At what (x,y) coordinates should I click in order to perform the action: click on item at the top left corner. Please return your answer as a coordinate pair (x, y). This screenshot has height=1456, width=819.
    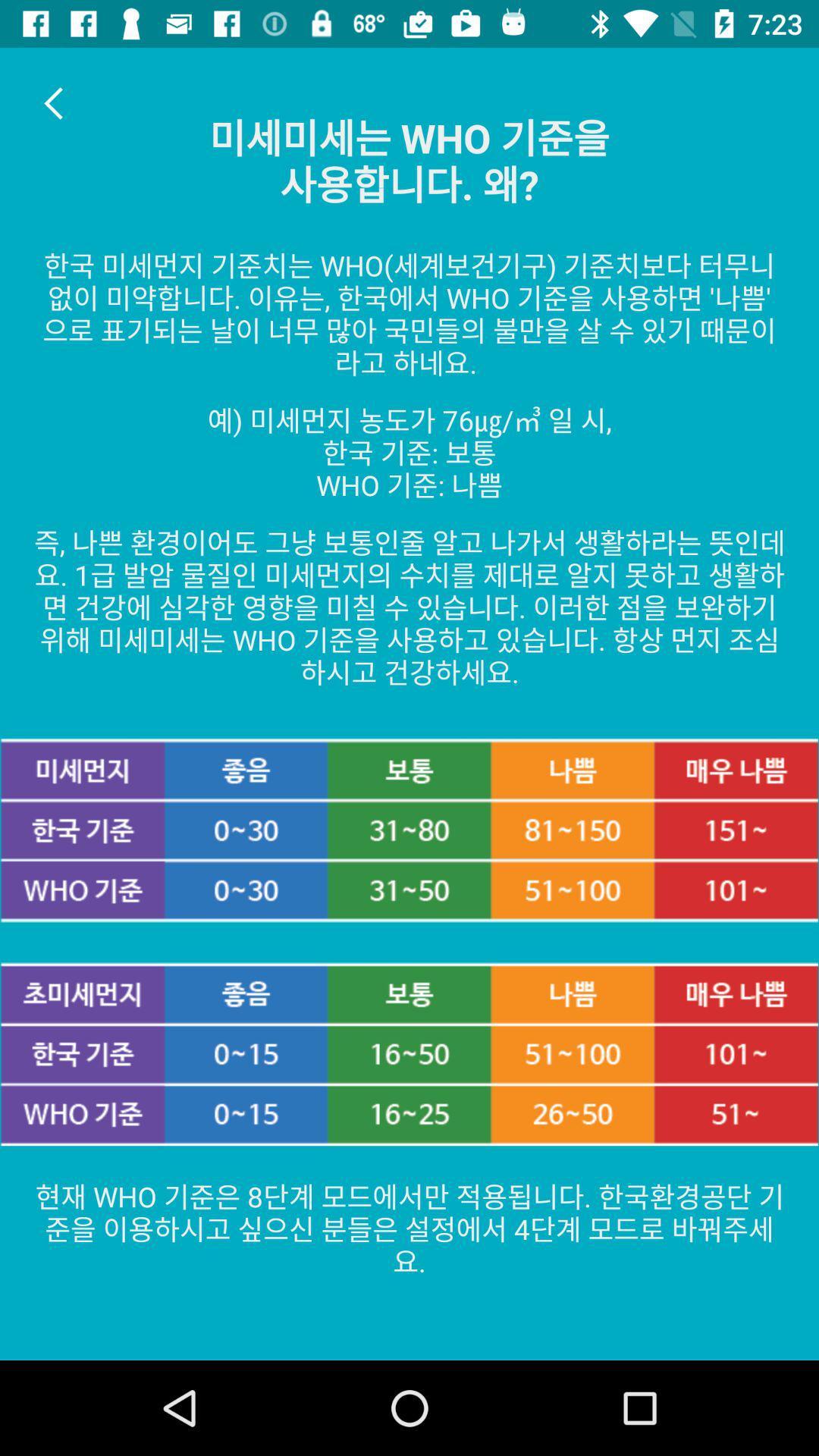
    Looking at the image, I should click on (55, 102).